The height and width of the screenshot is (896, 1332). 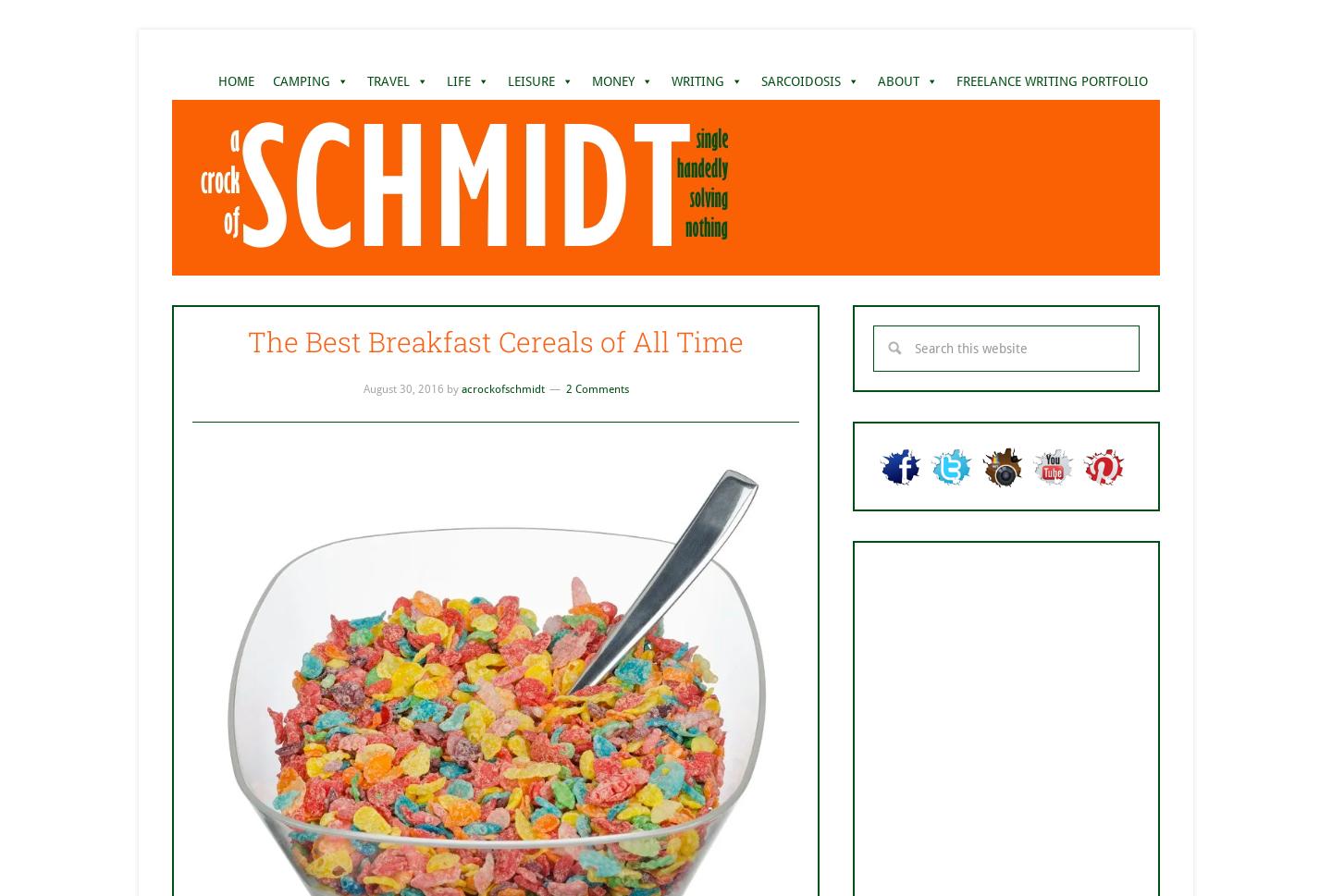 I want to click on 'SPORTS SCHMIDT', so click(x=557, y=221).